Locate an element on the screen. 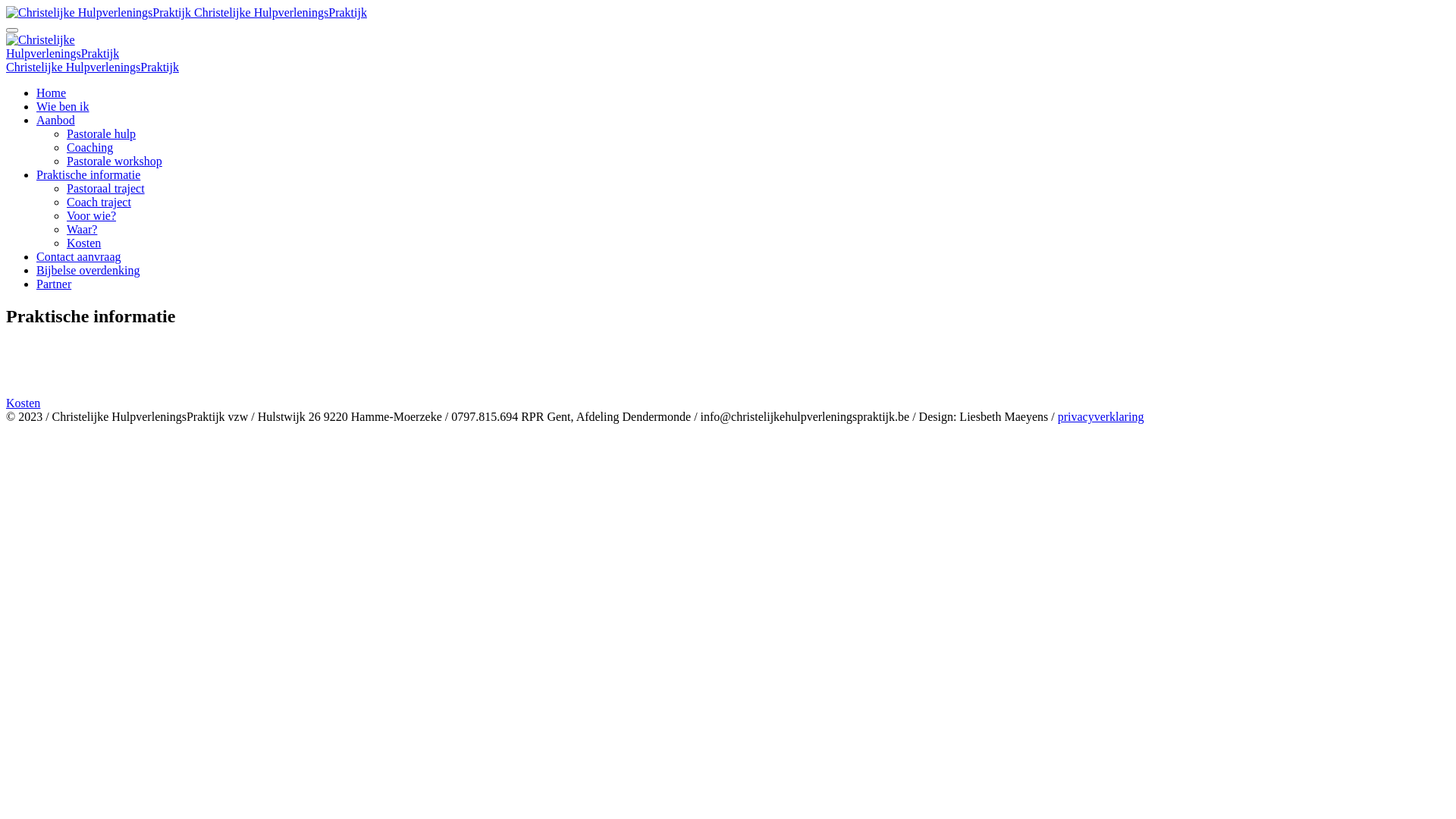 The height and width of the screenshot is (819, 1456). 'Pastoraal traject' is located at coordinates (728, 348).